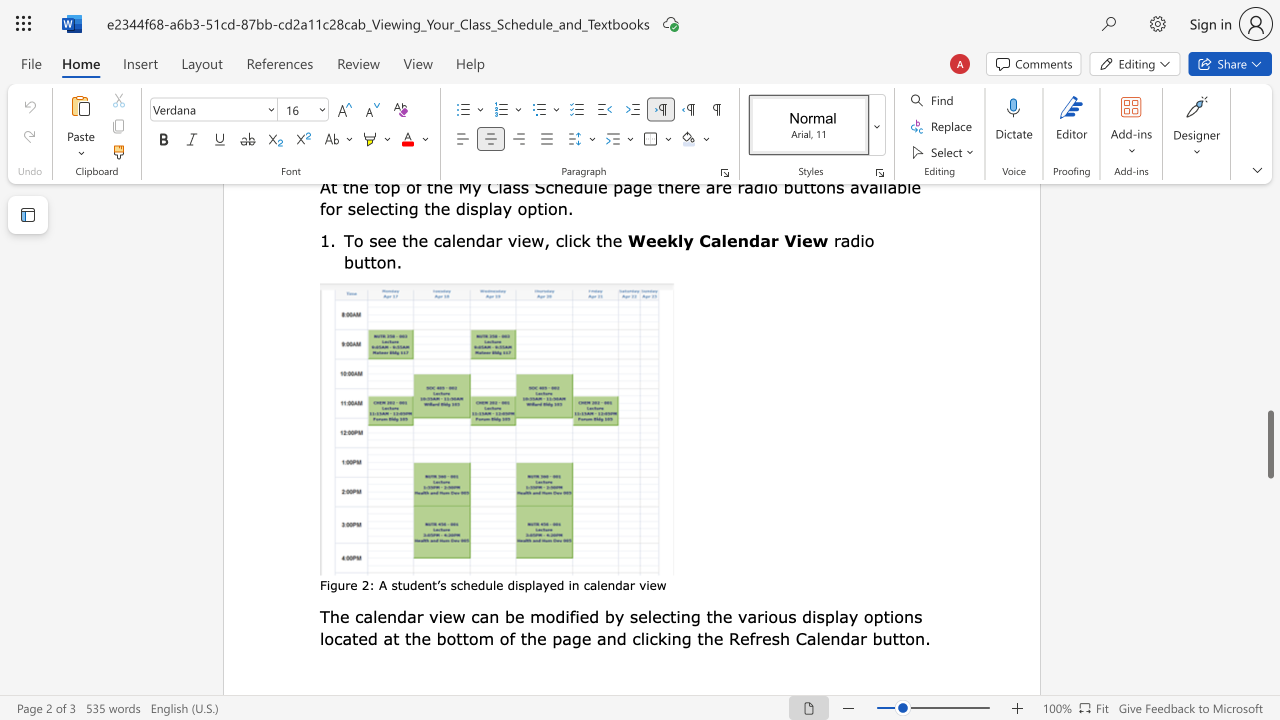  Describe the element at coordinates (1269, 220) in the screenshot. I see `the scrollbar on the right to shift the page higher` at that location.